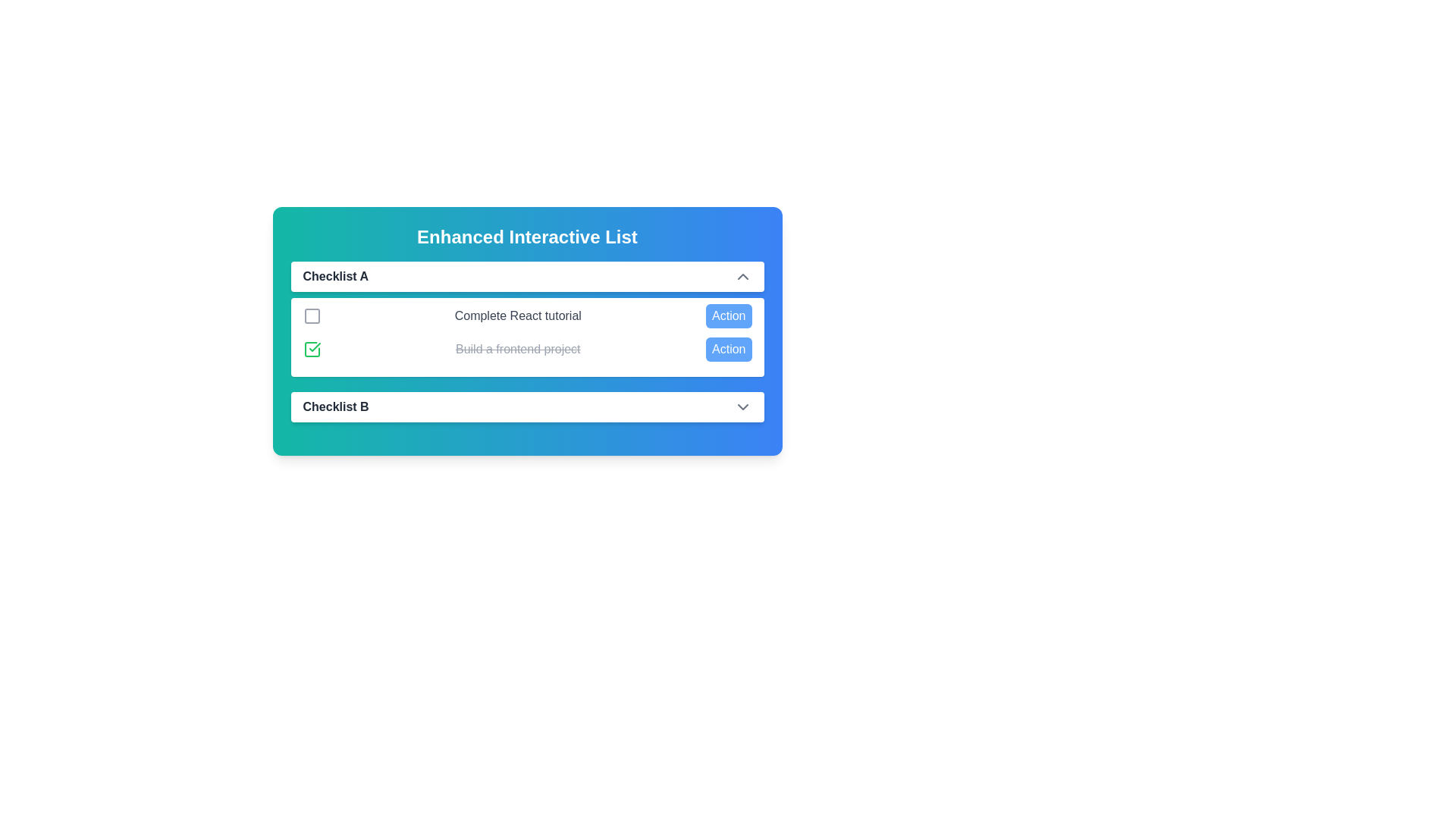 The width and height of the screenshot is (1456, 819). What do you see at coordinates (334, 277) in the screenshot?
I see `text label that serves as the heading of the checklist section, located in the top-left corner of the white rectangular section` at bounding box center [334, 277].